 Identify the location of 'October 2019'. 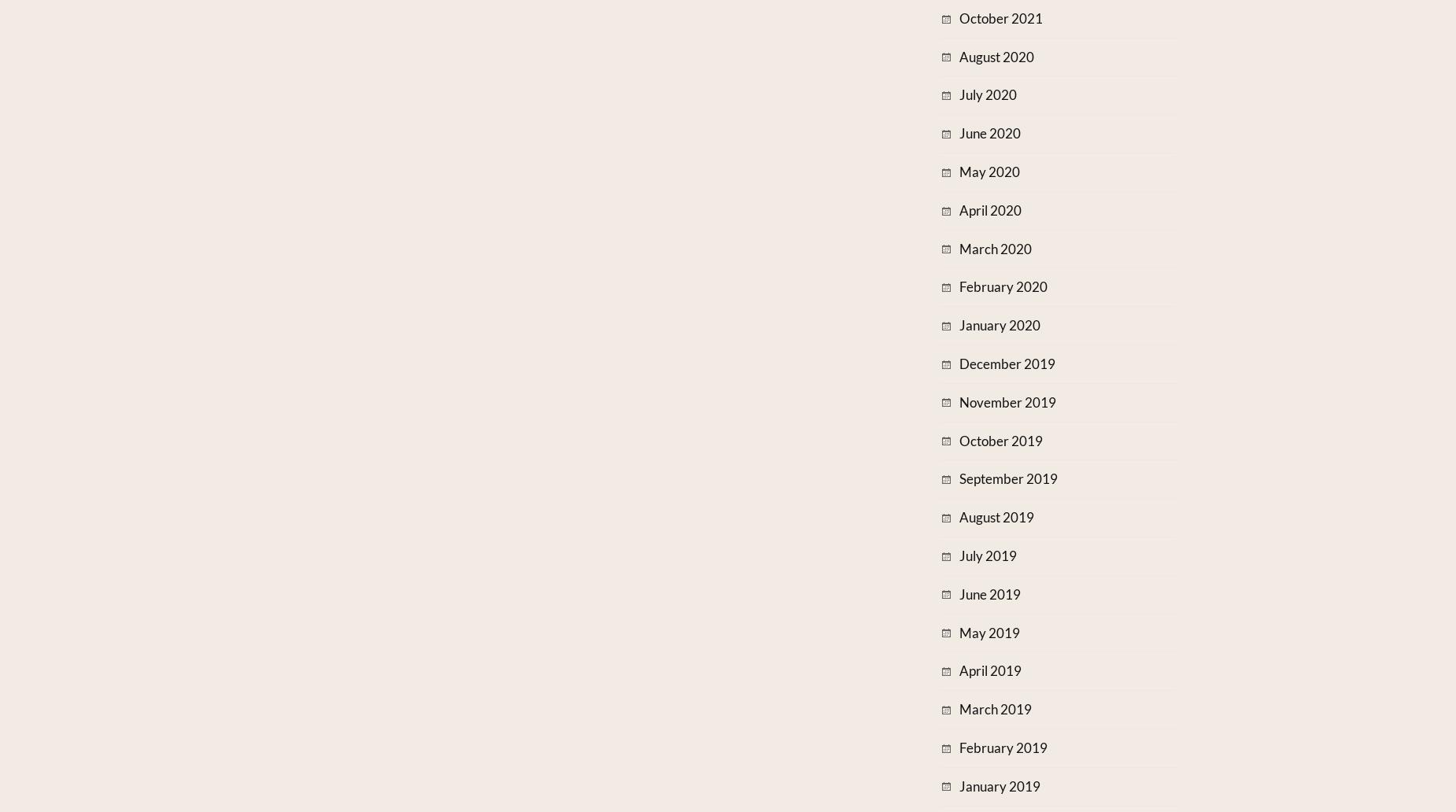
(958, 440).